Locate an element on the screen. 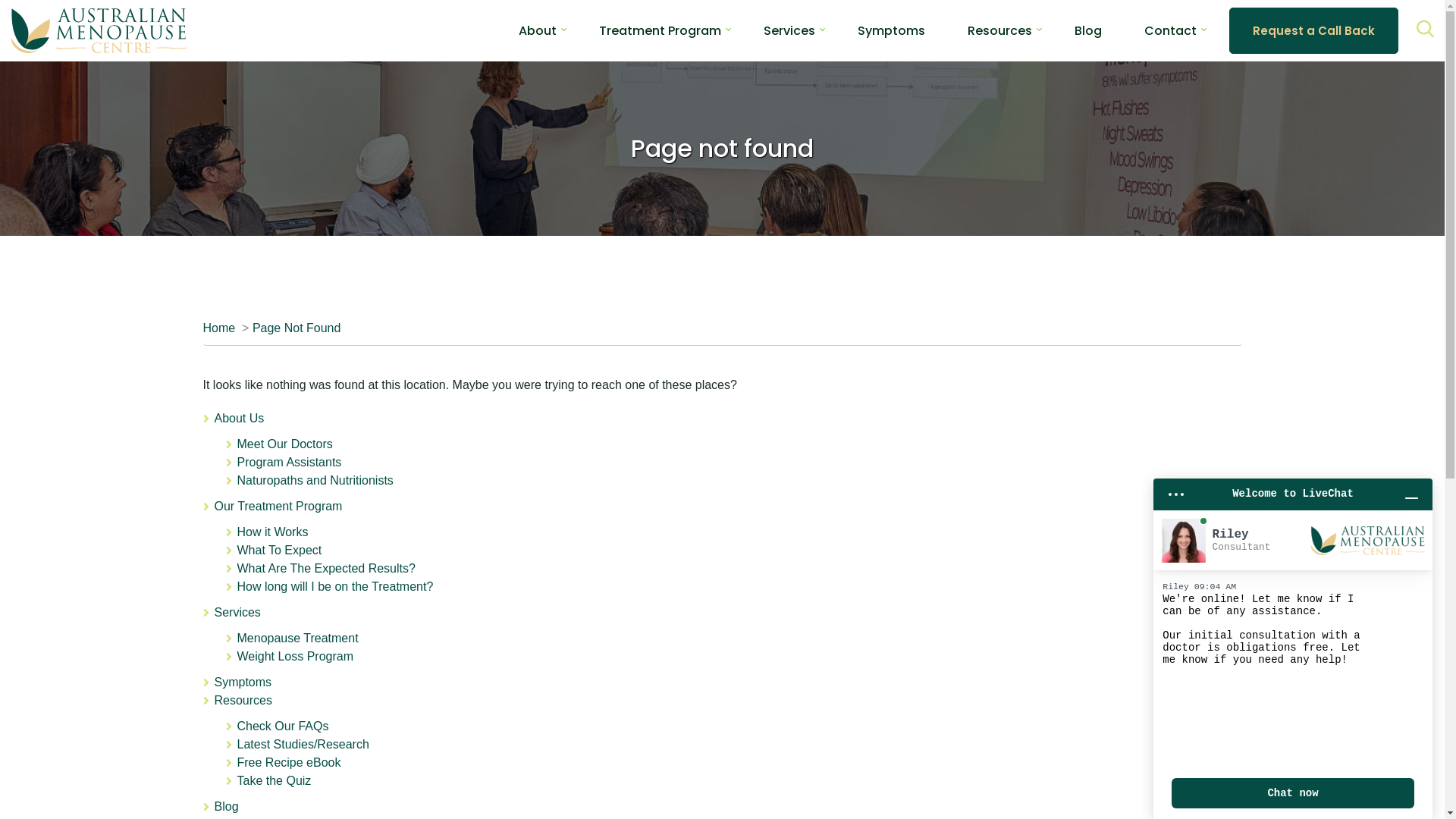  'Symptoms' is located at coordinates (891, 30).